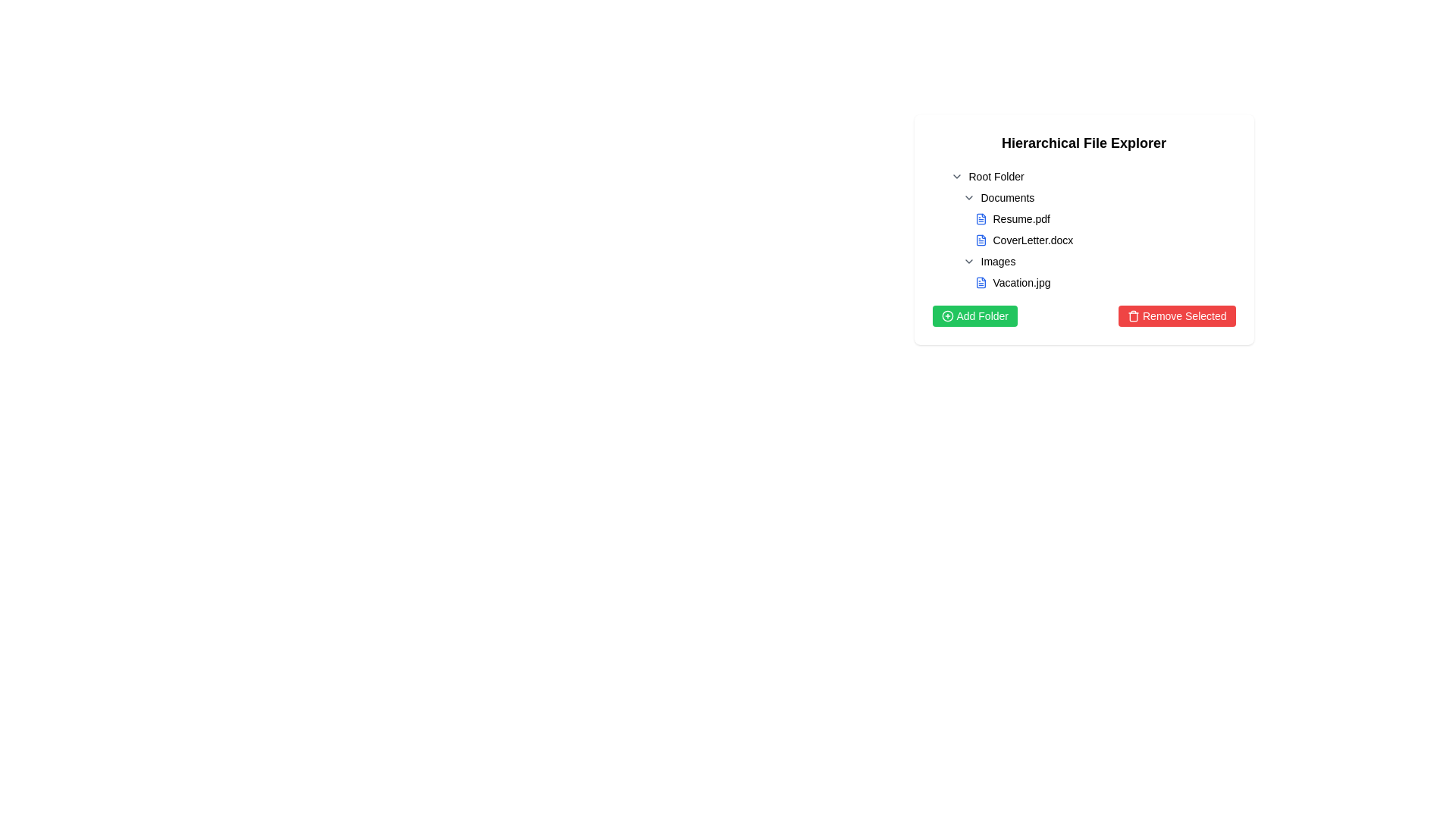 The width and height of the screenshot is (1456, 819). I want to click on the circular icon with a green outline and a plus sign, located to the left of the 'Add Folder' button in the bottom-left section of the file explorer interface, so click(946, 315).